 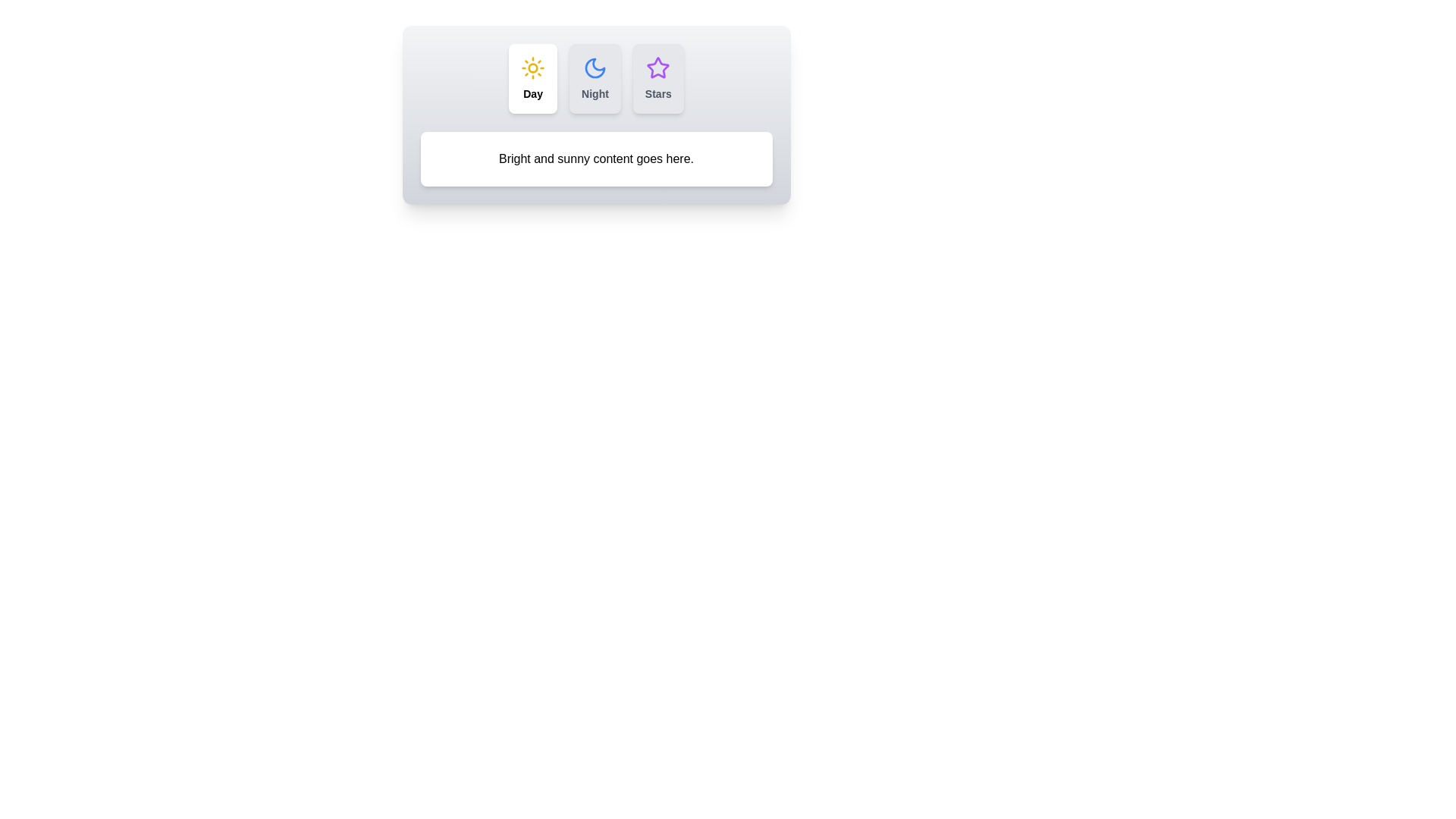 I want to click on the Day tab to trigger its hover effect, so click(x=533, y=79).